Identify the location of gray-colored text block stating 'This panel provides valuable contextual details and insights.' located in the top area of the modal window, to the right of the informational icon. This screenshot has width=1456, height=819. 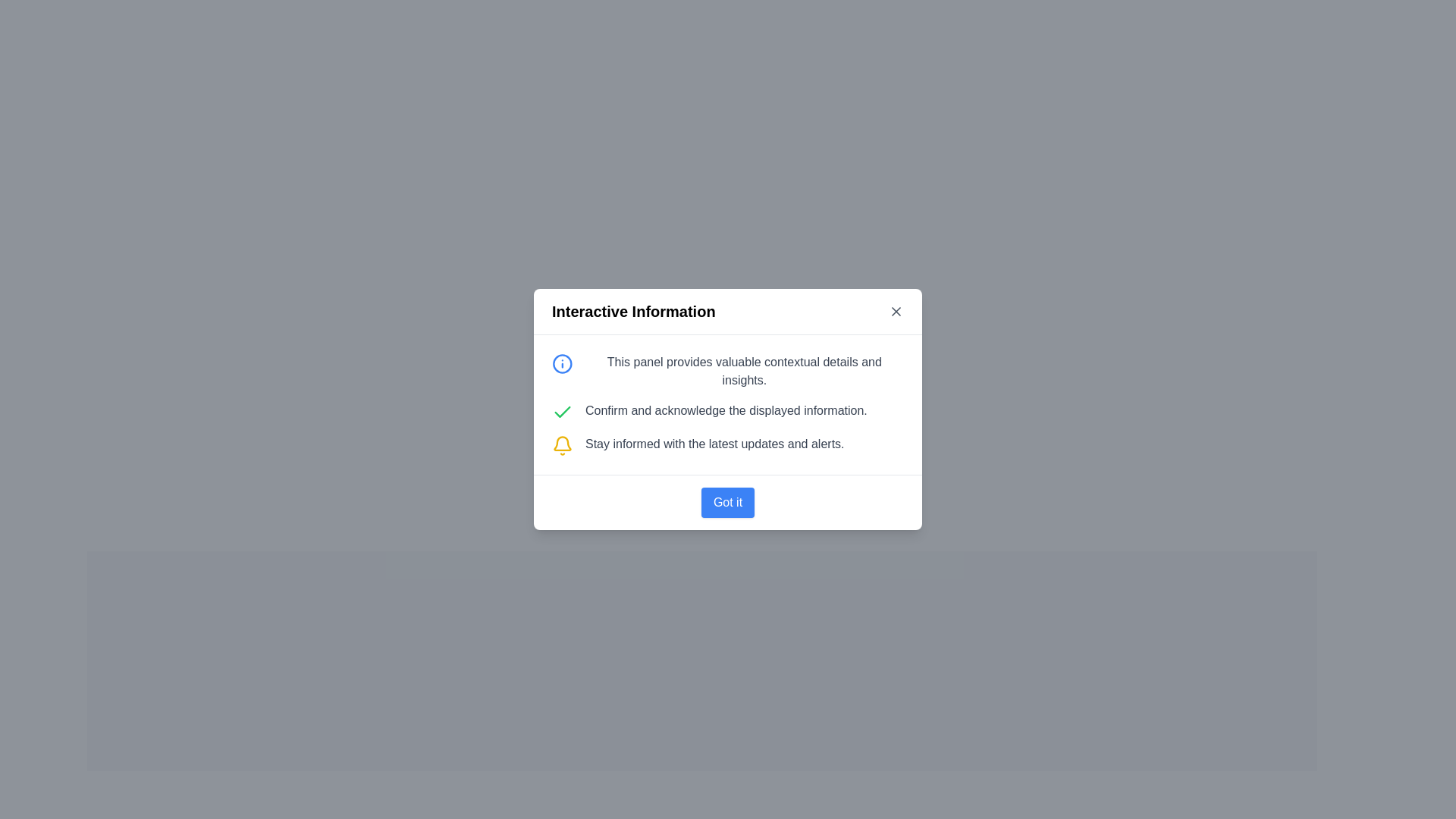
(744, 371).